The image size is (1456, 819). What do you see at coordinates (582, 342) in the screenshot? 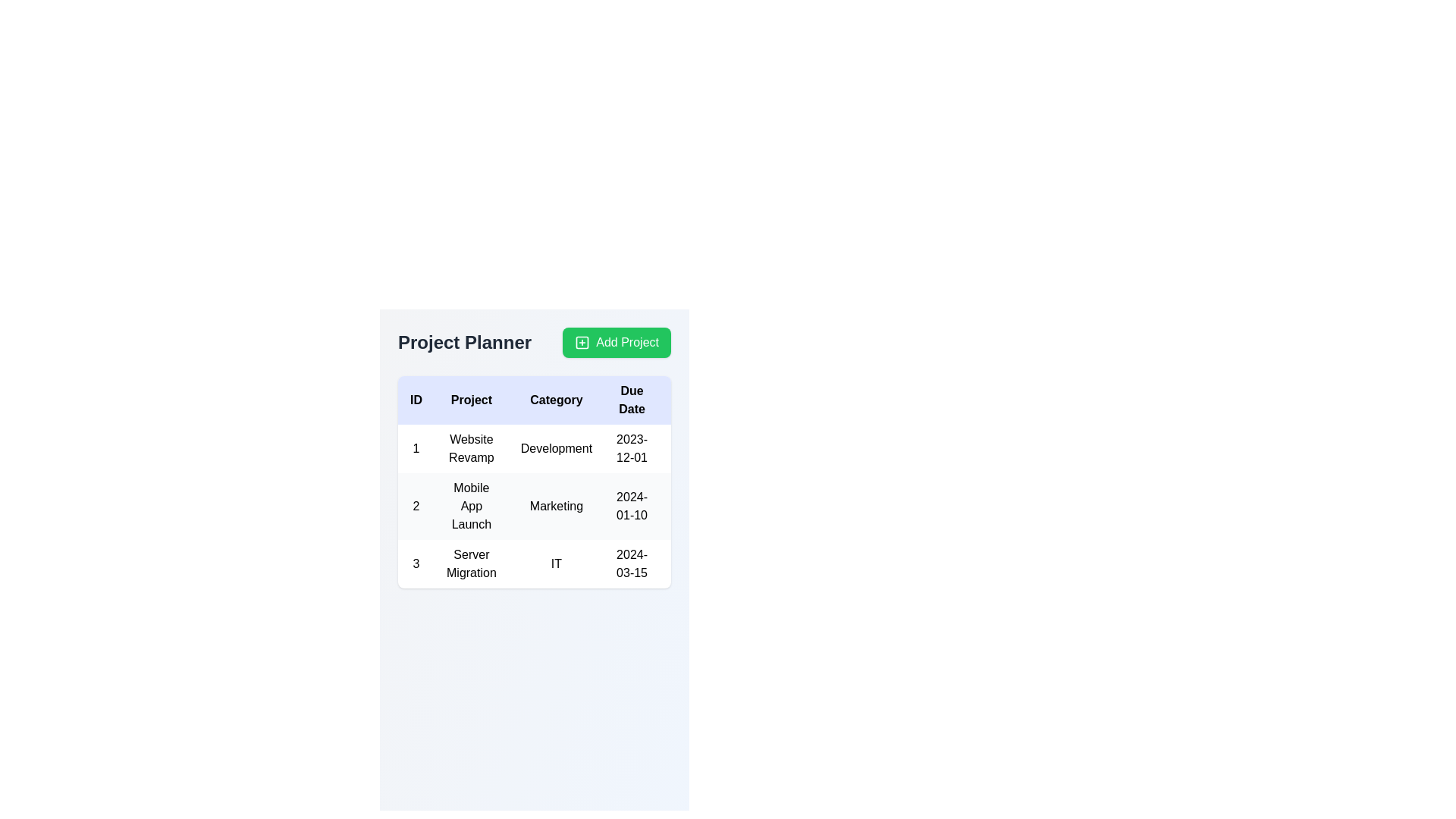
I see `the green square SVG icon with a plus sign in the center, located to the left of the 'Add Project' button in the project planner interface` at bounding box center [582, 342].